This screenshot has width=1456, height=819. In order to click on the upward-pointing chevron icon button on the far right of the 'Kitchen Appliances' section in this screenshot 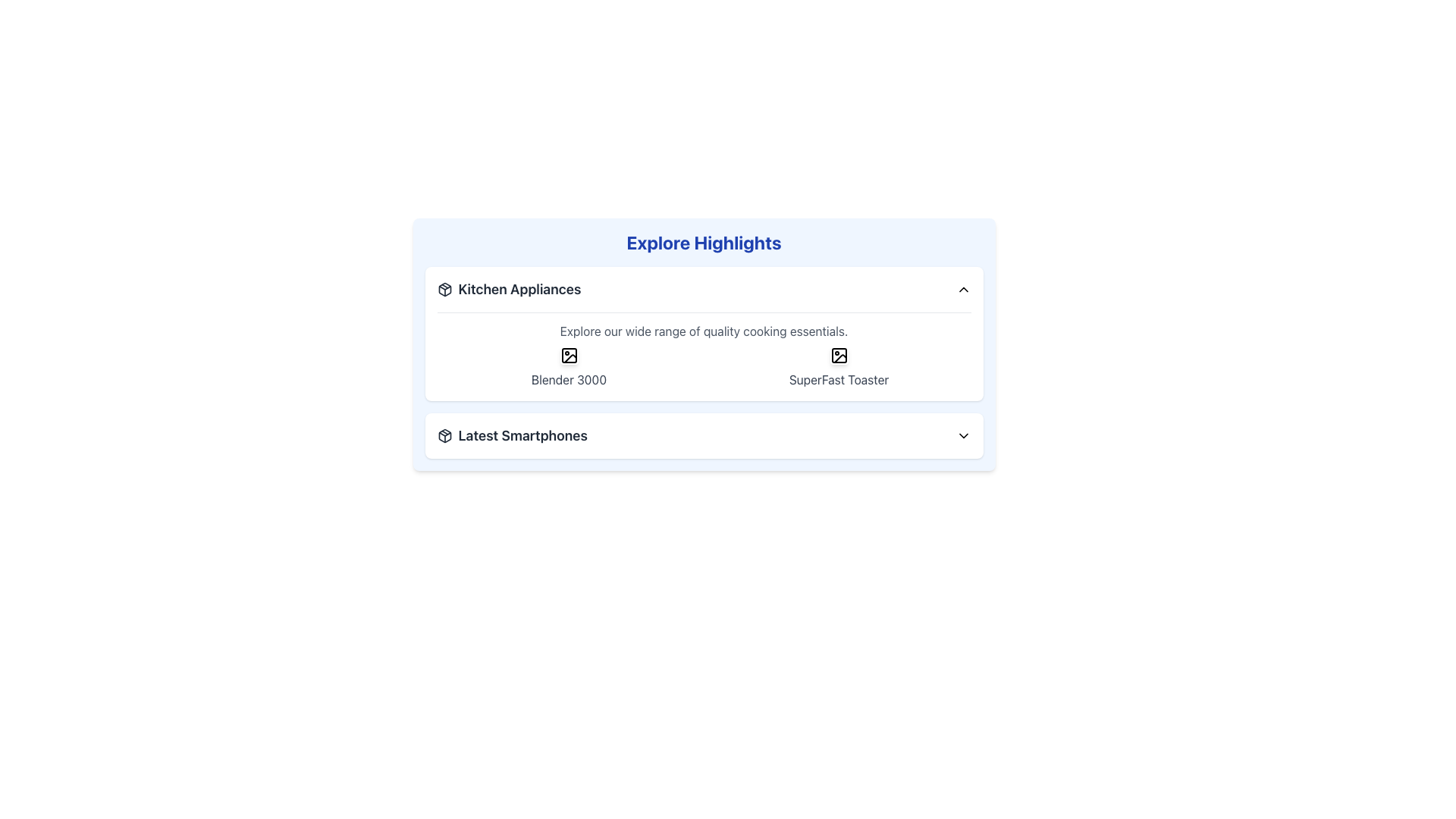, I will do `click(962, 289)`.